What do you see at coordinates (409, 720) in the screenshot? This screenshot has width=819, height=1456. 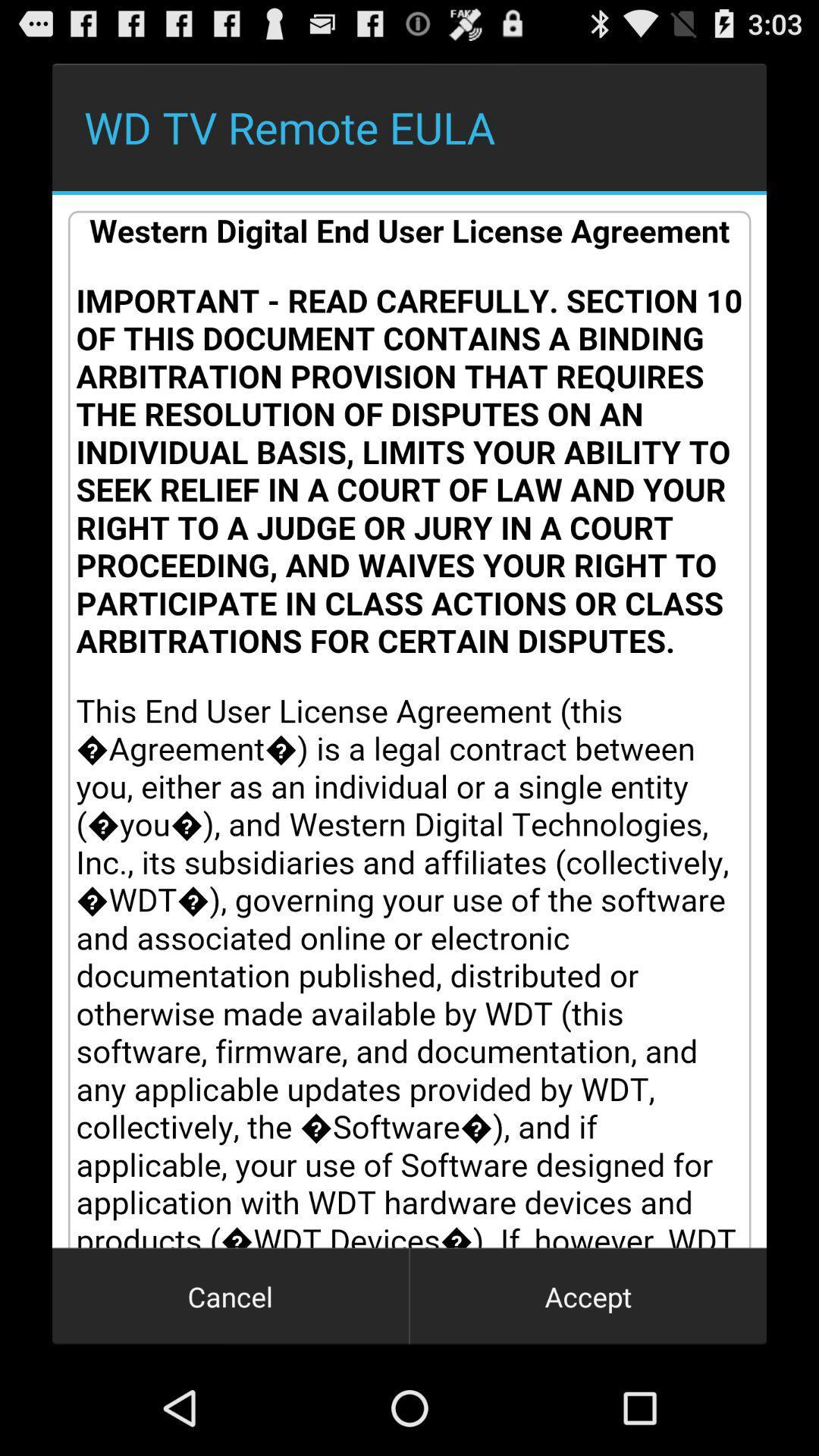 I see `agreement` at bounding box center [409, 720].